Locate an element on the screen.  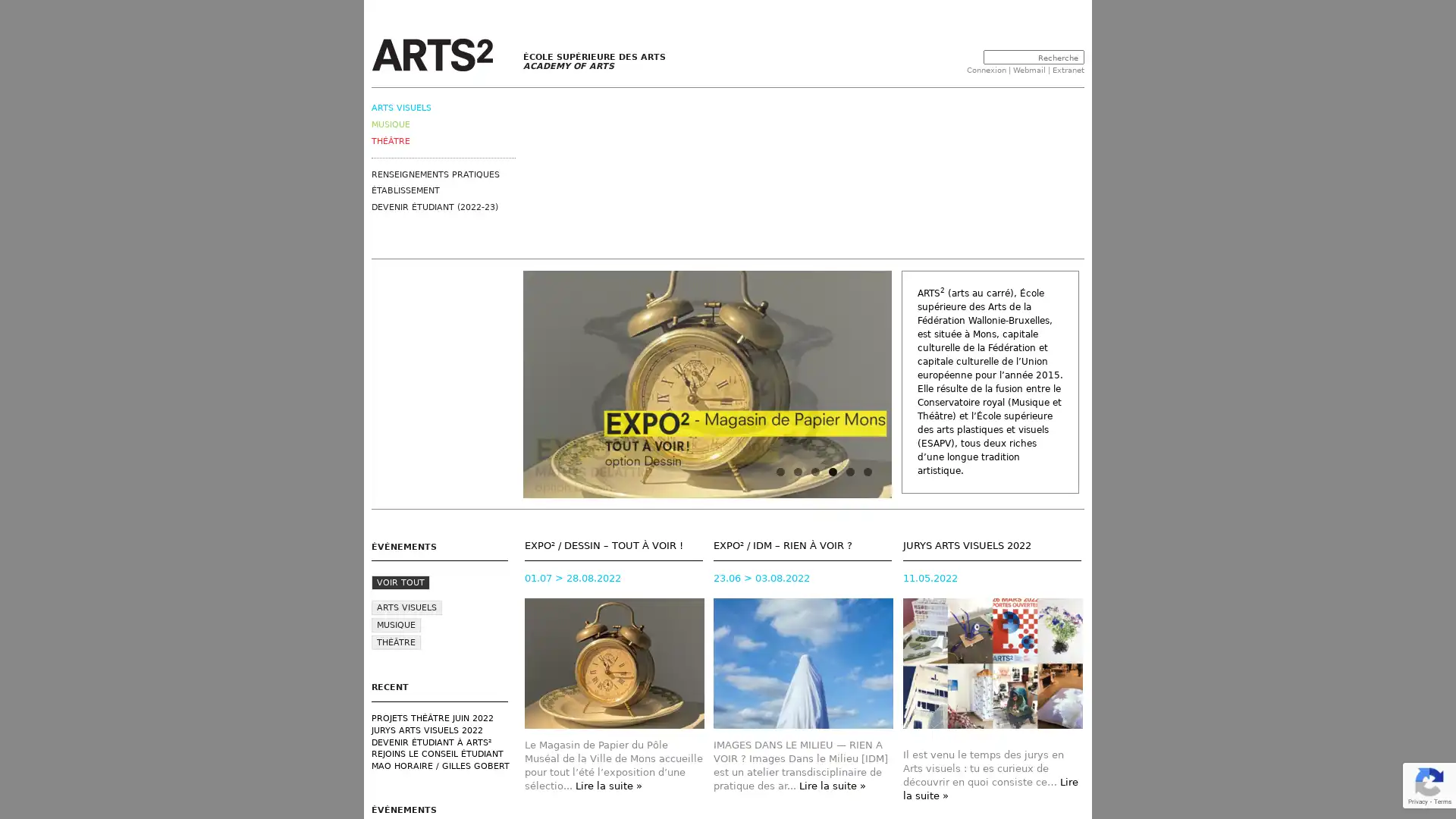
THEATRE is located at coordinates (396, 642).